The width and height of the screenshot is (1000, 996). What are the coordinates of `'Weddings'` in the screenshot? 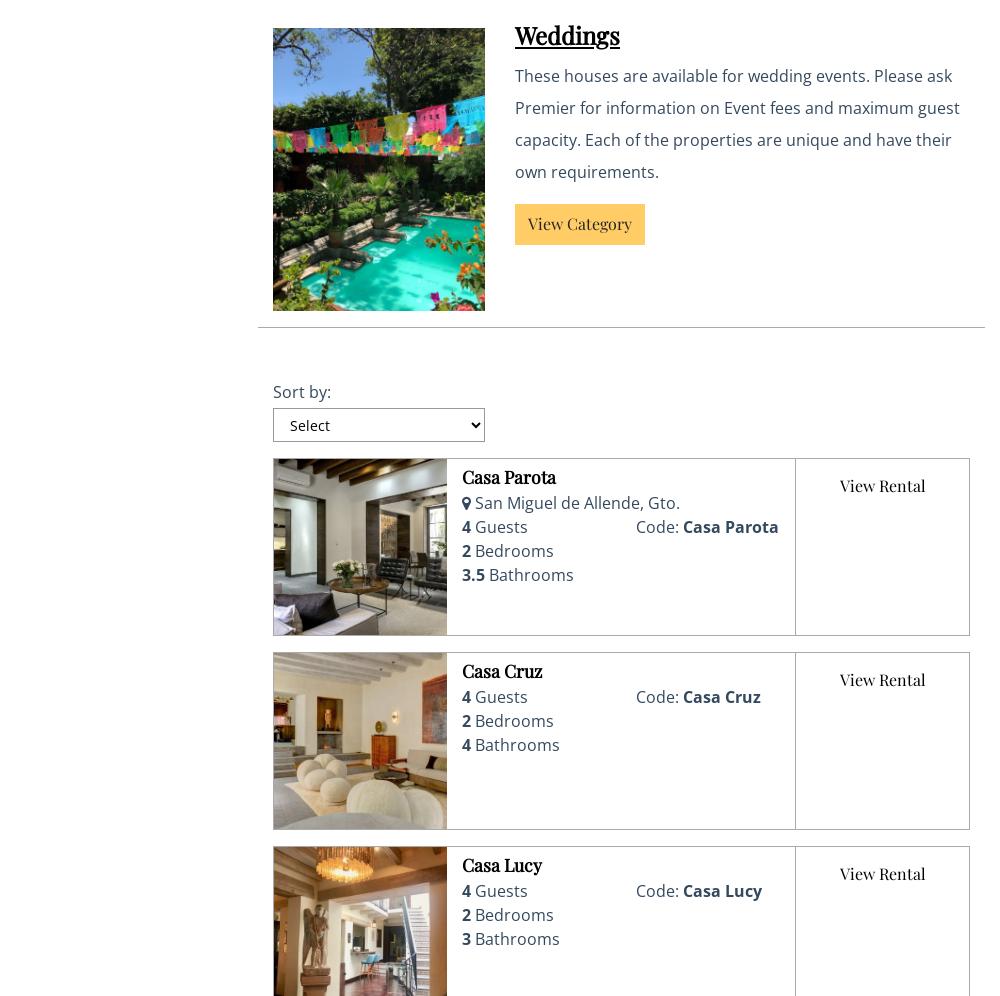 It's located at (515, 34).